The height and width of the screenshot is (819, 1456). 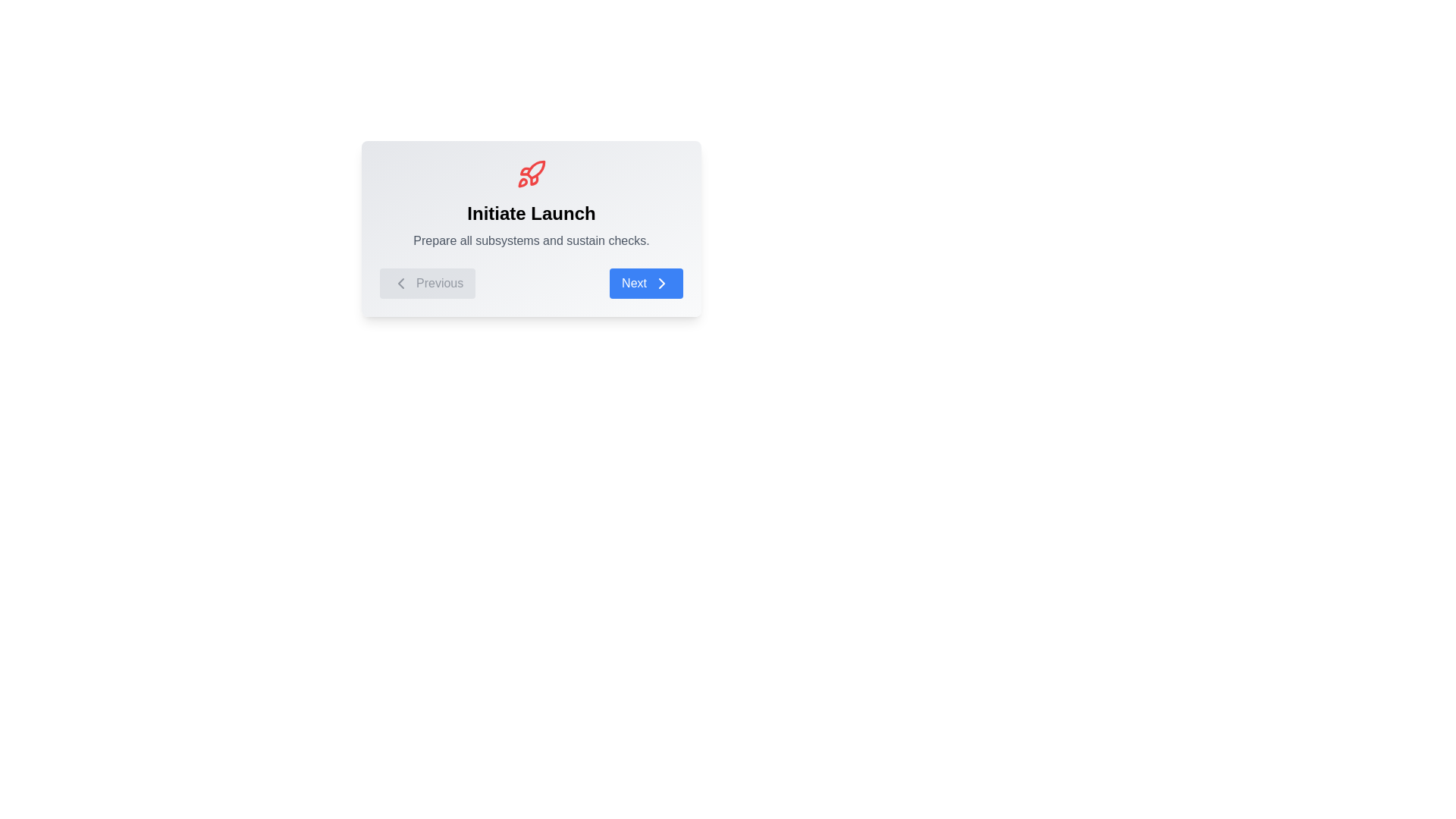 I want to click on the rocket icon to interact with it, so click(x=531, y=174).